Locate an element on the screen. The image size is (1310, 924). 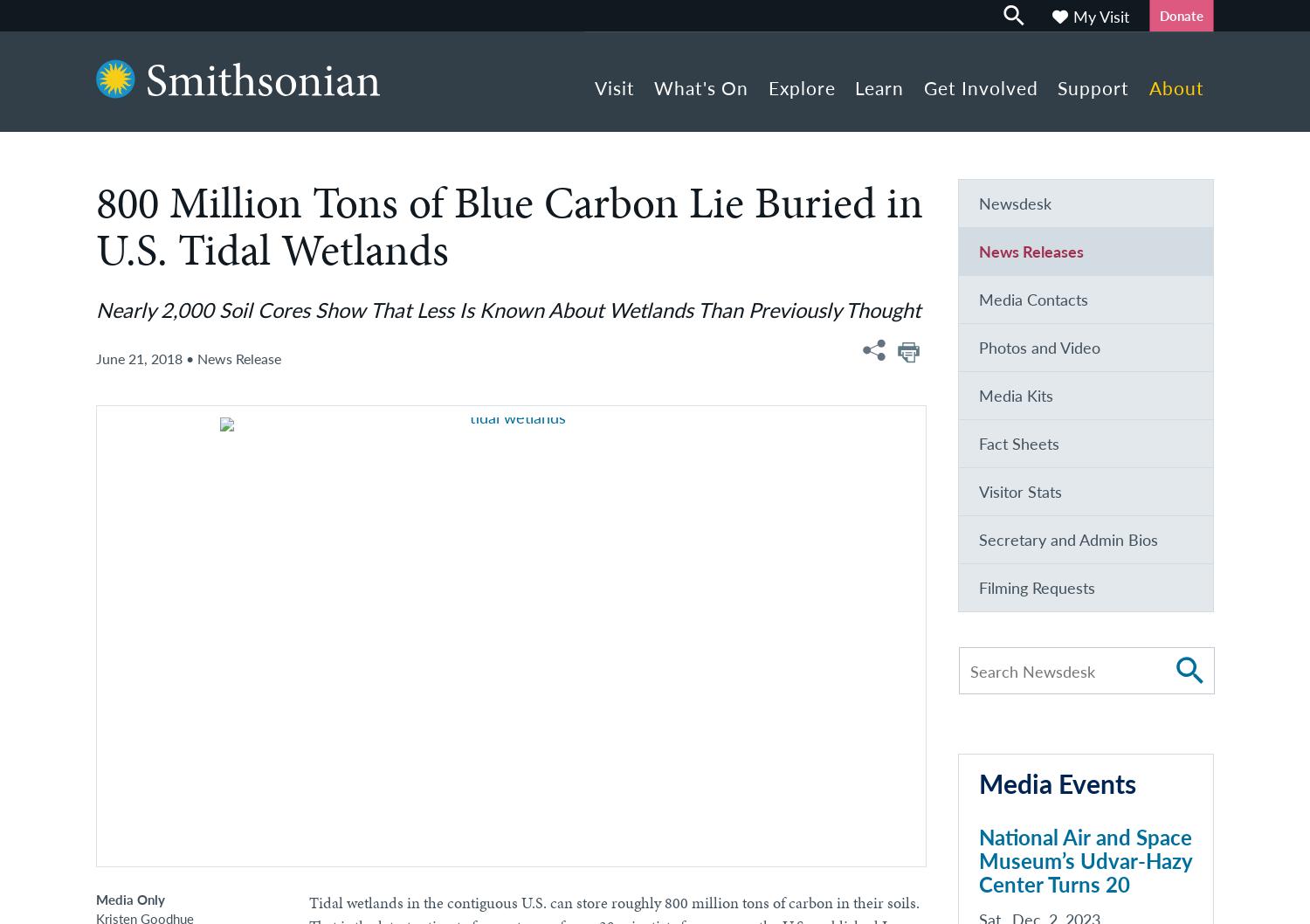
'Donate' is located at coordinates (1179, 15).